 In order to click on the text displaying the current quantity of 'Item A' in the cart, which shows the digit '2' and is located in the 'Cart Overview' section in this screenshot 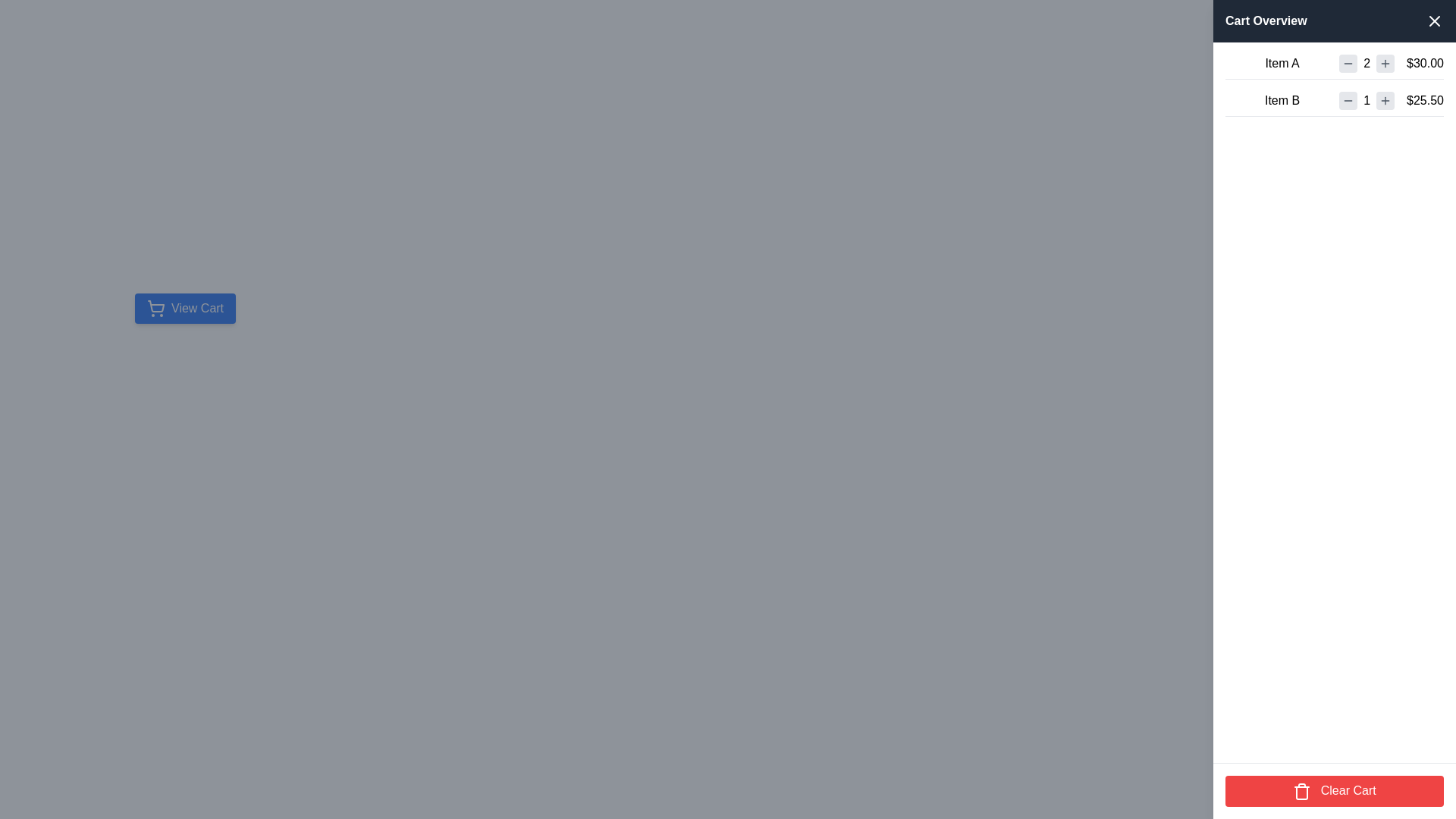, I will do `click(1367, 63)`.